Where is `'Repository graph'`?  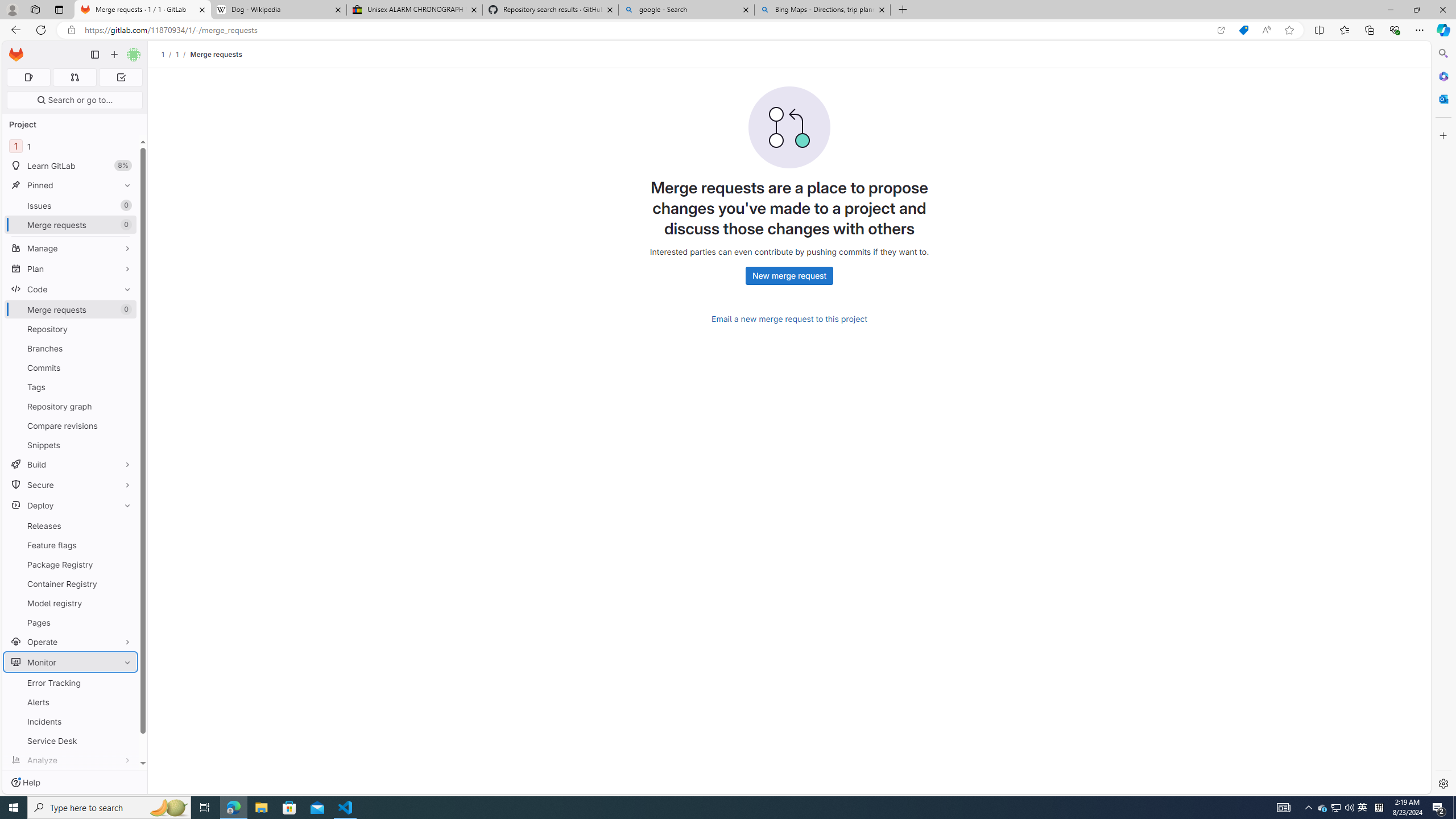
'Repository graph' is located at coordinates (70, 406).